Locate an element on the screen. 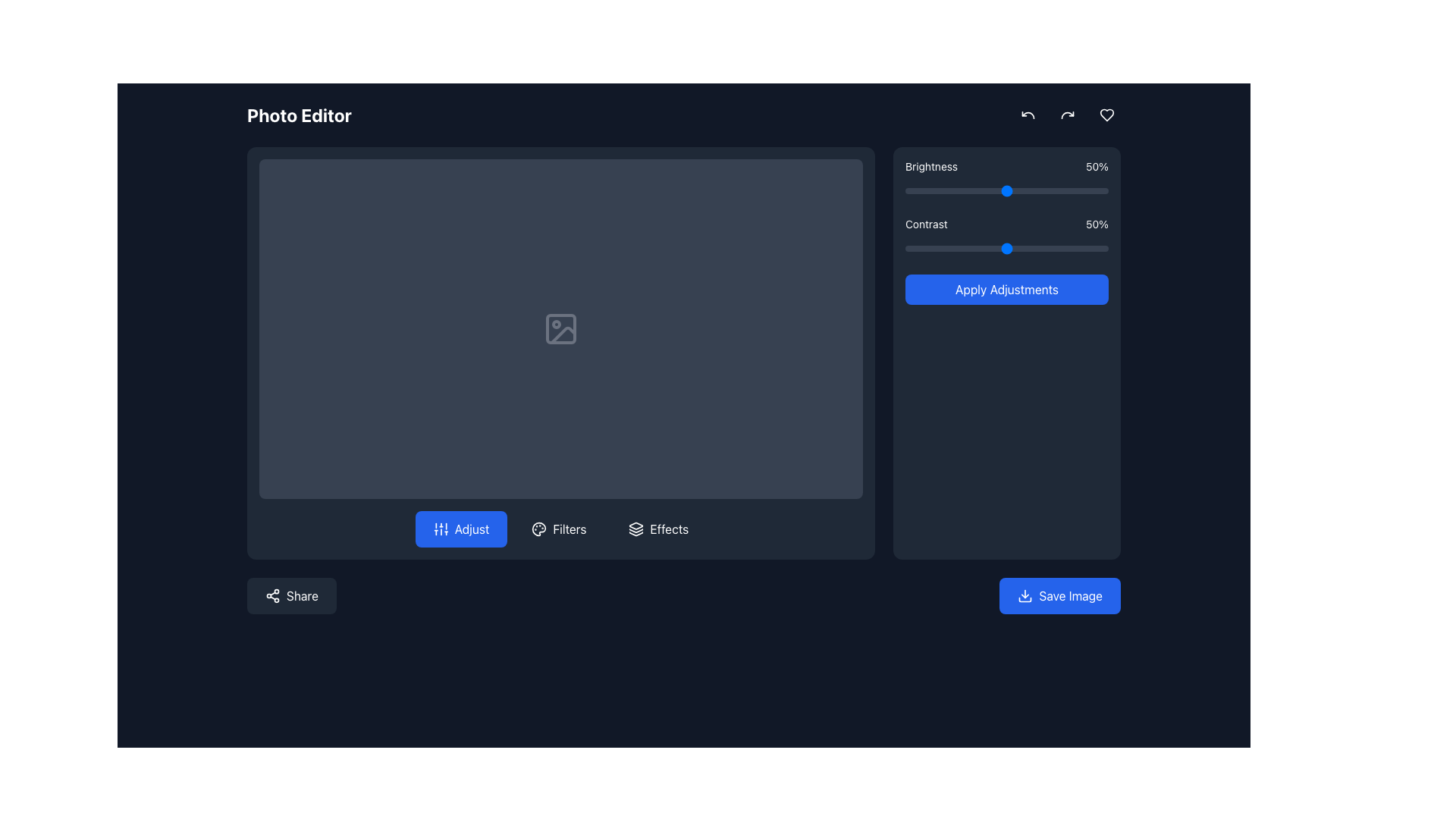 This screenshot has width=1456, height=819. brightness is located at coordinates (1087, 190).